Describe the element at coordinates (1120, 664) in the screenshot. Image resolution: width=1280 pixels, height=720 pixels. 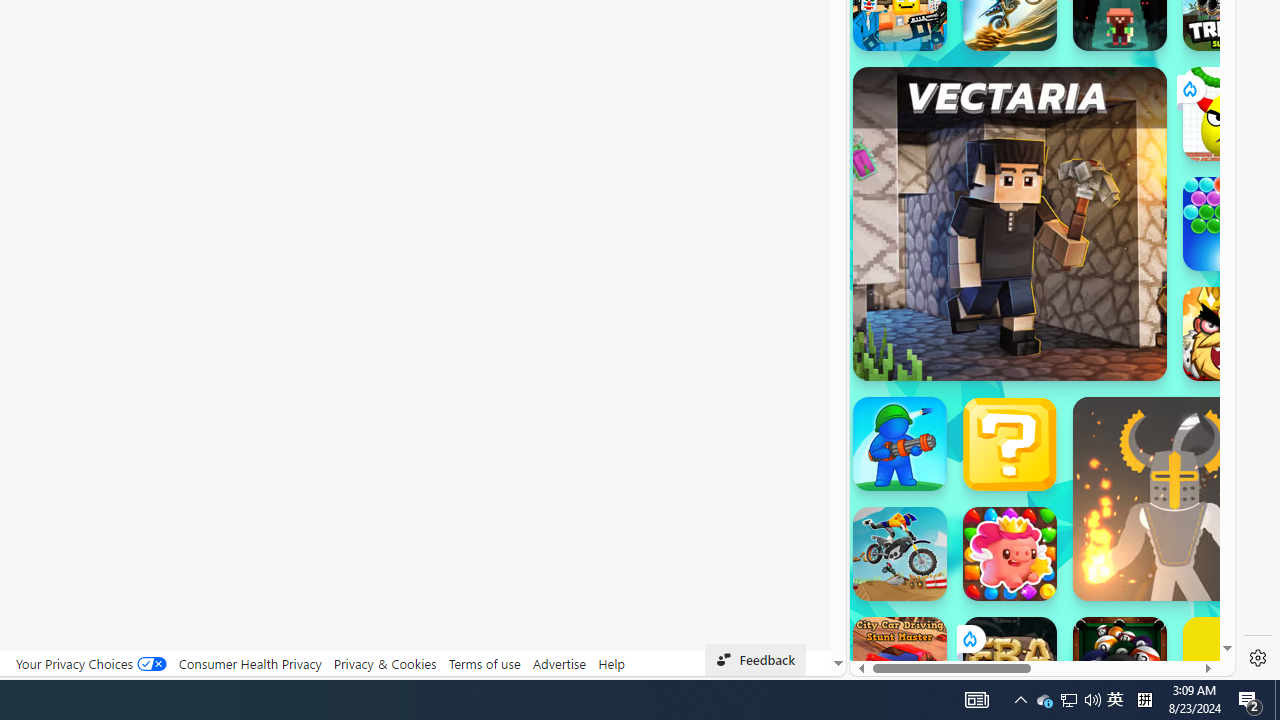
I see `'8 Ball Pool With Buddies 8 Ball Pool With Buddies'` at that location.